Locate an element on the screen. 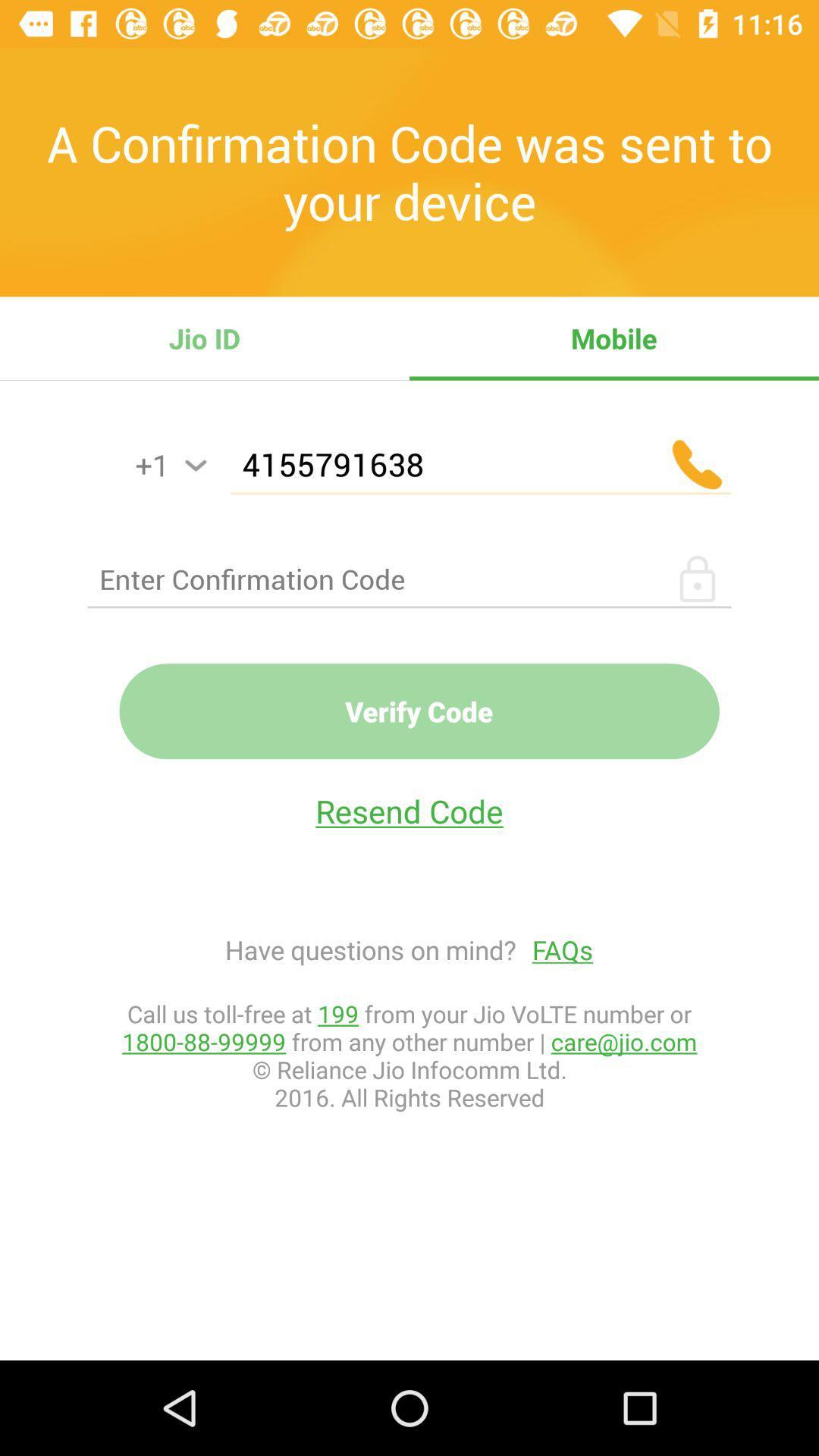 Image resolution: width=819 pixels, height=1456 pixels. resend code is located at coordinates (409, 810).